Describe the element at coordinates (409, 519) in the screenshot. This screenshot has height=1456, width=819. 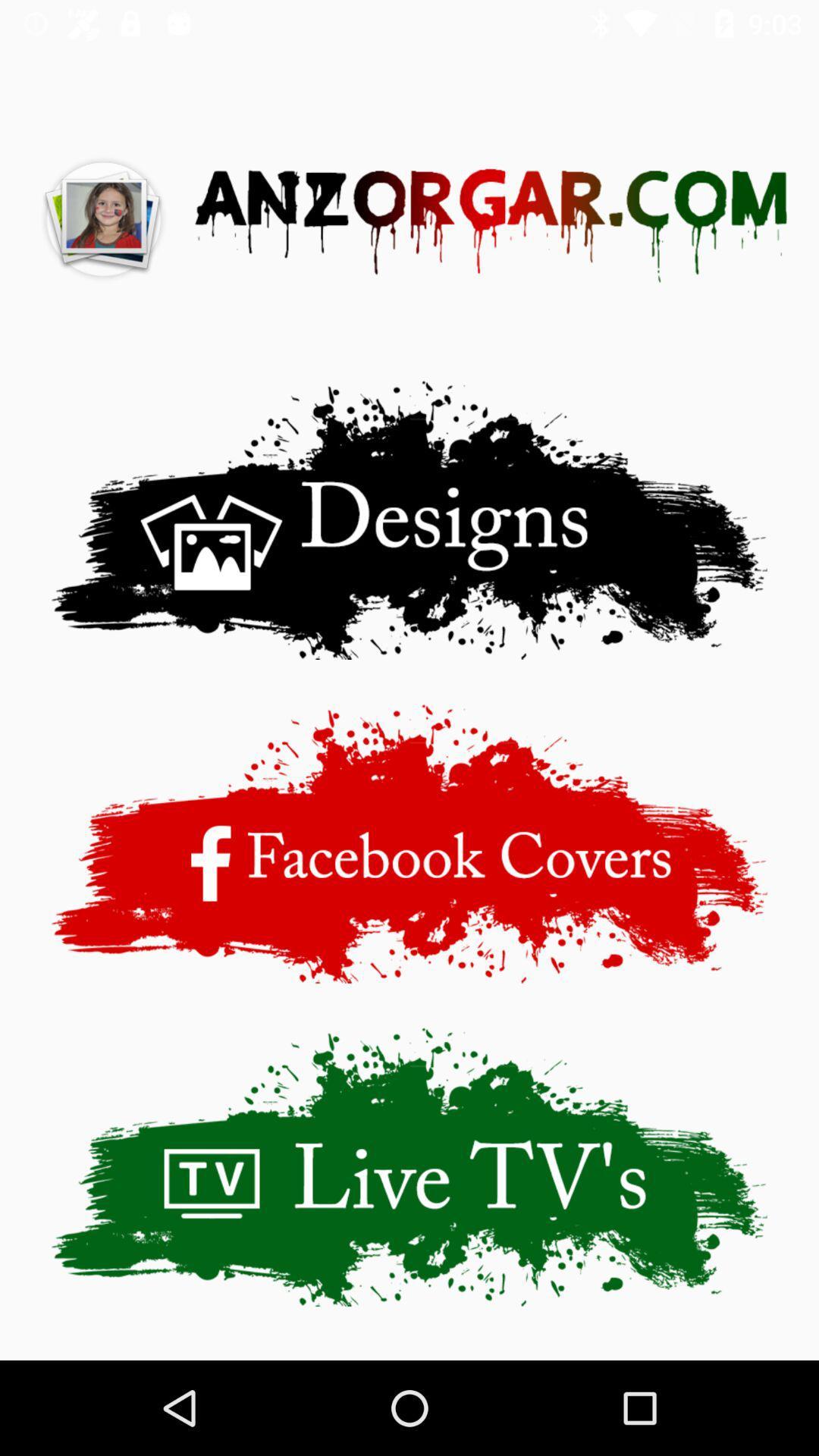
I see `the designs` at that location.